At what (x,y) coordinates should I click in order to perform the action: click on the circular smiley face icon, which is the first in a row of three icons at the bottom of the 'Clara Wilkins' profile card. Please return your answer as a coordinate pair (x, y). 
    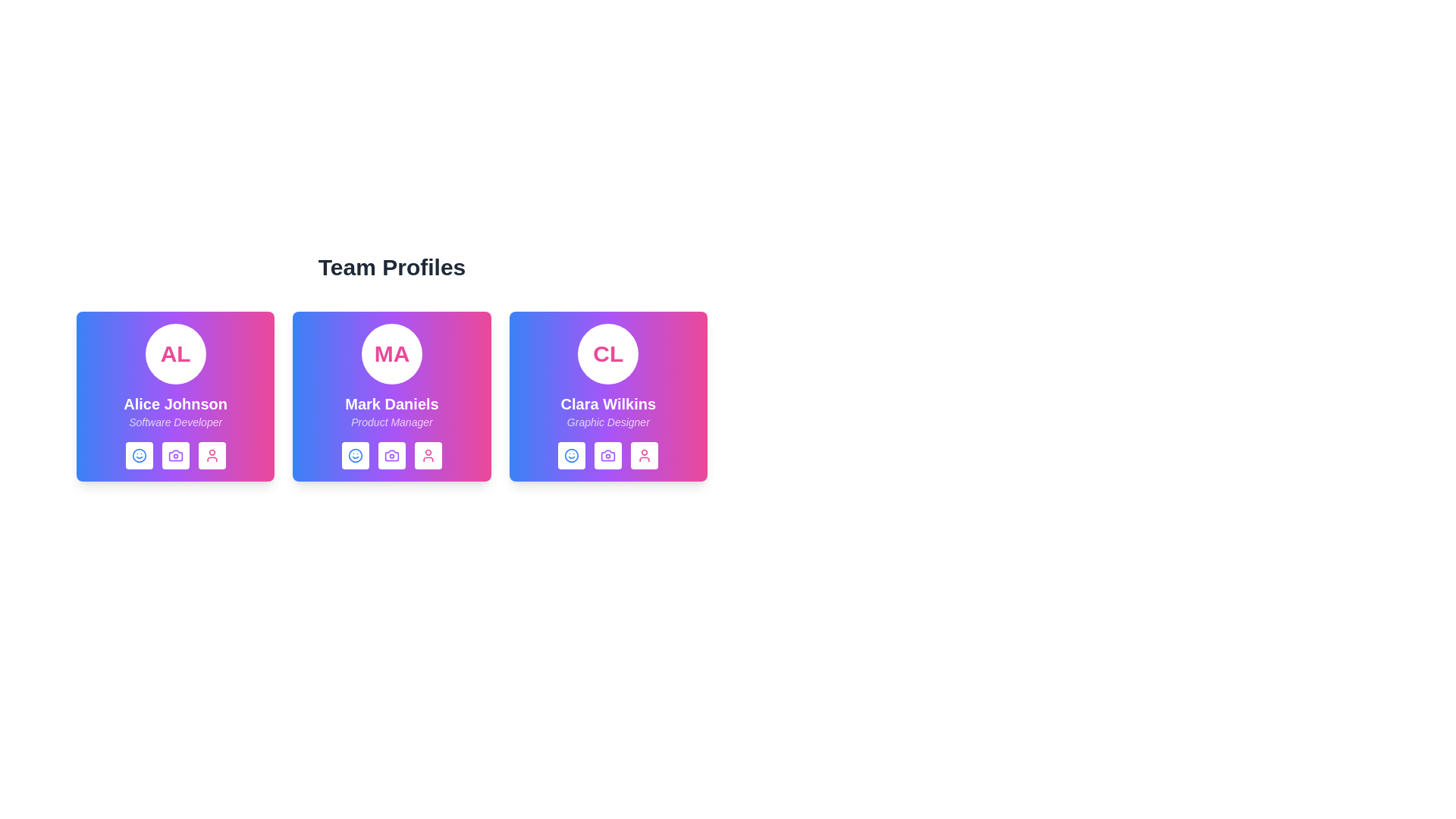
    Looking at the image, I should click on (571, 455).